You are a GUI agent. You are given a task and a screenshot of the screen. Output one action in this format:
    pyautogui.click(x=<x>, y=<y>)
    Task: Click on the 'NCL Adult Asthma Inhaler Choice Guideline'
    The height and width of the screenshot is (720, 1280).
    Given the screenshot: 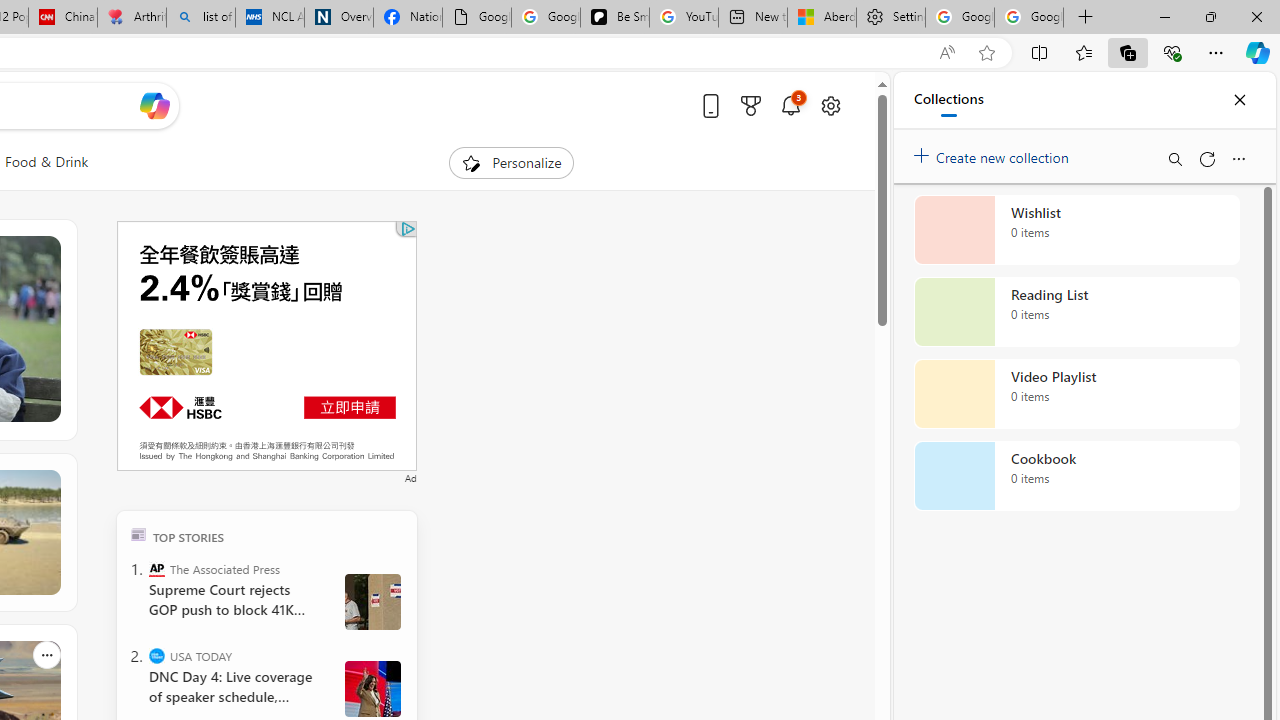 What is the action you would take?
    pyautogui.click(x=269, y=17)
    